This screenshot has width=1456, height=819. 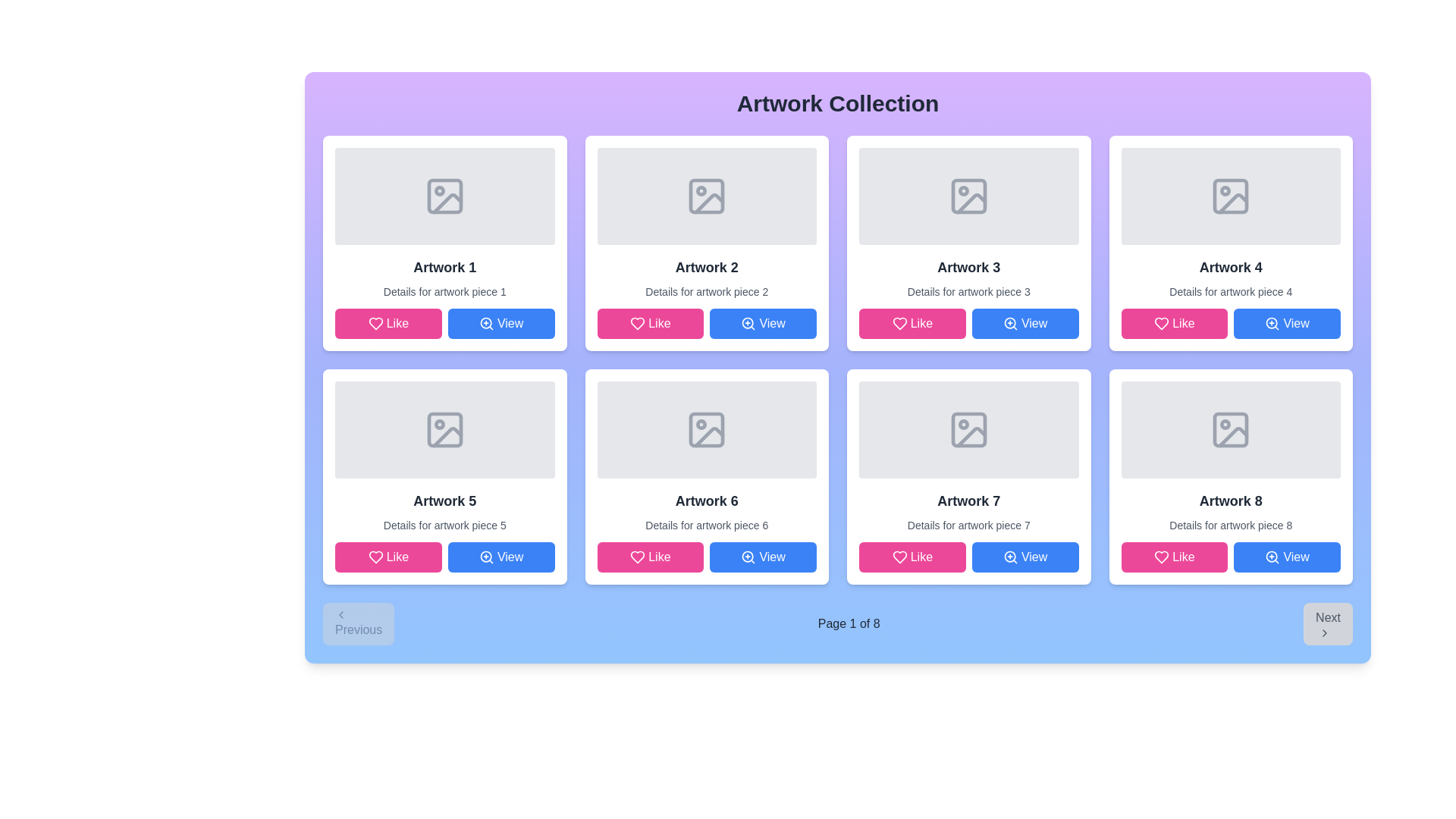 I want to click on the button, so click(x=1025, y=323).